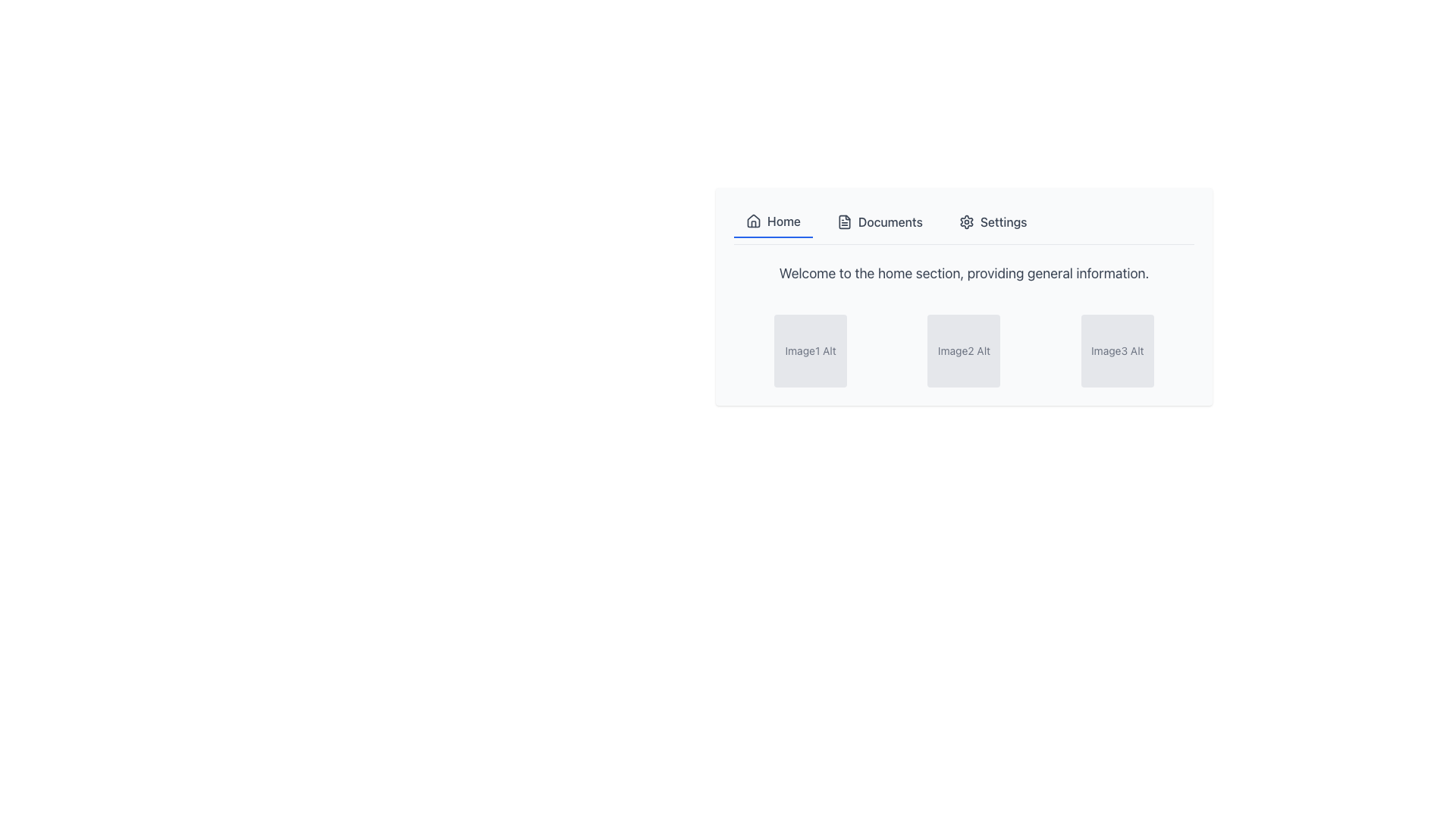  What do you see at coordinates (965, 222) in the screenshot?
I see `the intricate gear-like icon representing settings in the top navigation bar next to the text 'Settings'` at bounding box center [965, 222].